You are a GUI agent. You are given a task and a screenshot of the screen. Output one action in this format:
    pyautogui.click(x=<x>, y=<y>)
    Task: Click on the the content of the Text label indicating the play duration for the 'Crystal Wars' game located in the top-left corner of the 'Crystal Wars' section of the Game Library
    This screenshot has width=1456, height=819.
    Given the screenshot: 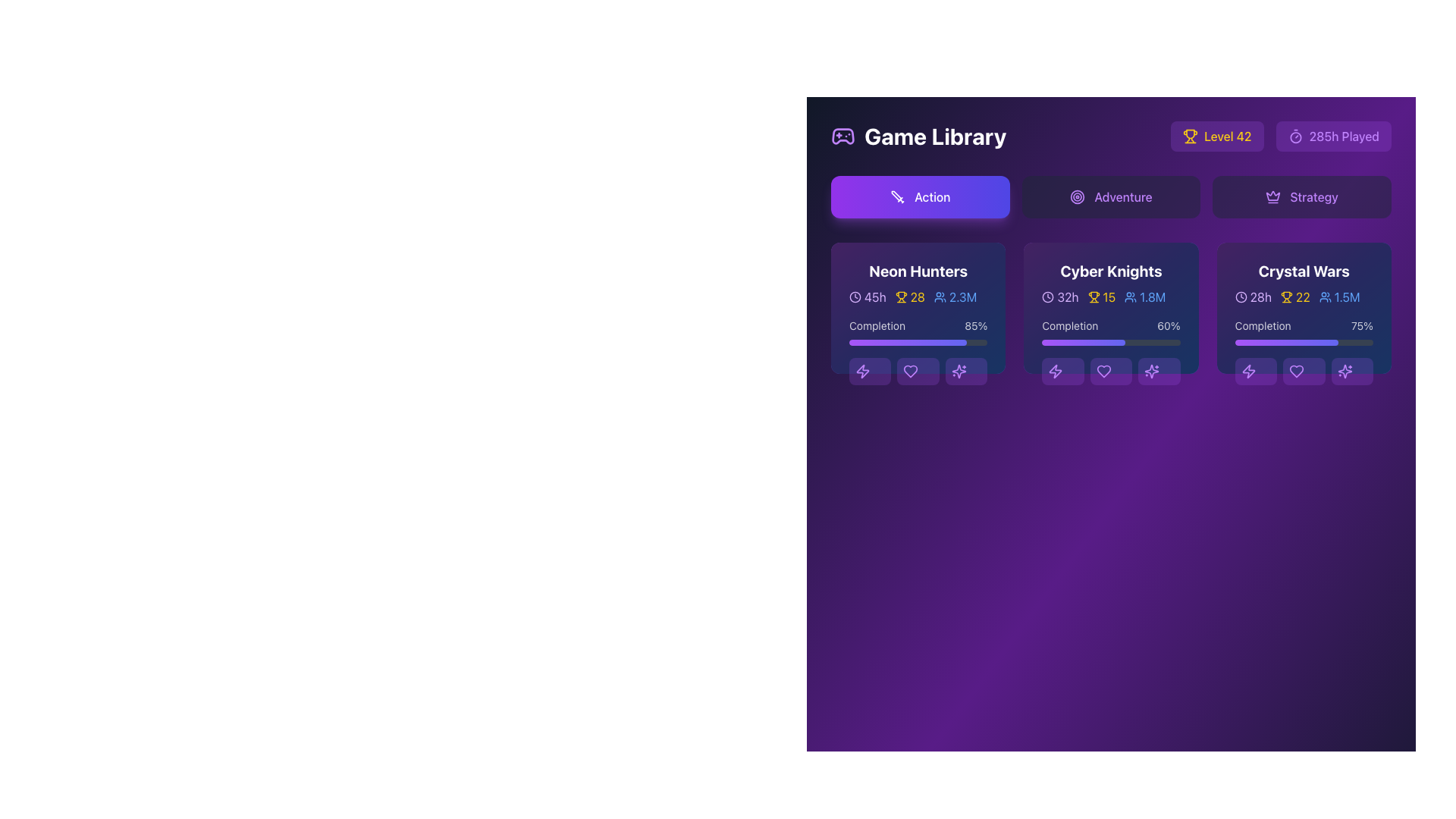 What is the action you would take?
    pyautogui.click(x=1253, y=297)
    